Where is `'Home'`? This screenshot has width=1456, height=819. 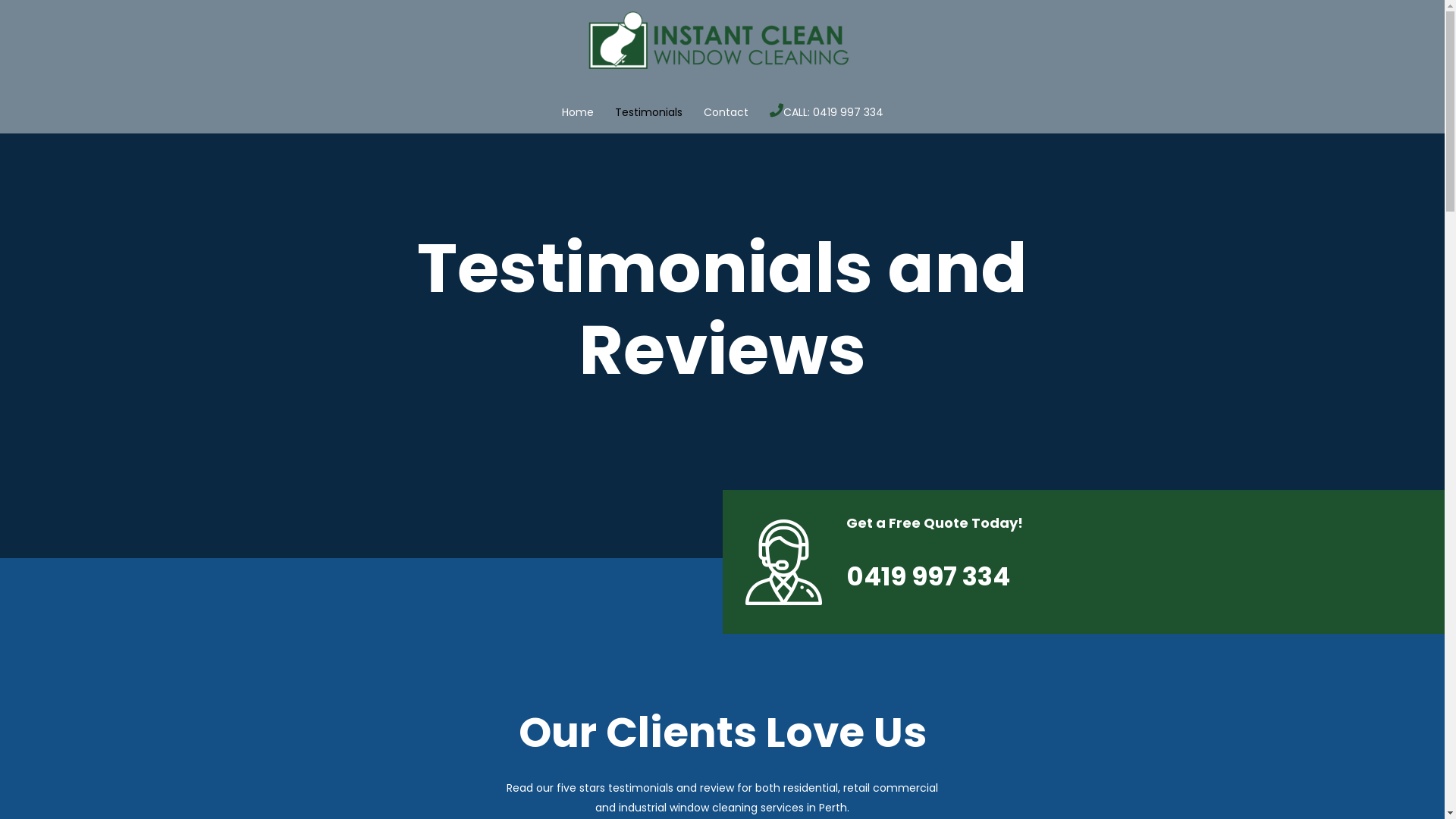
'Home' is located at coordinates (576, 111).